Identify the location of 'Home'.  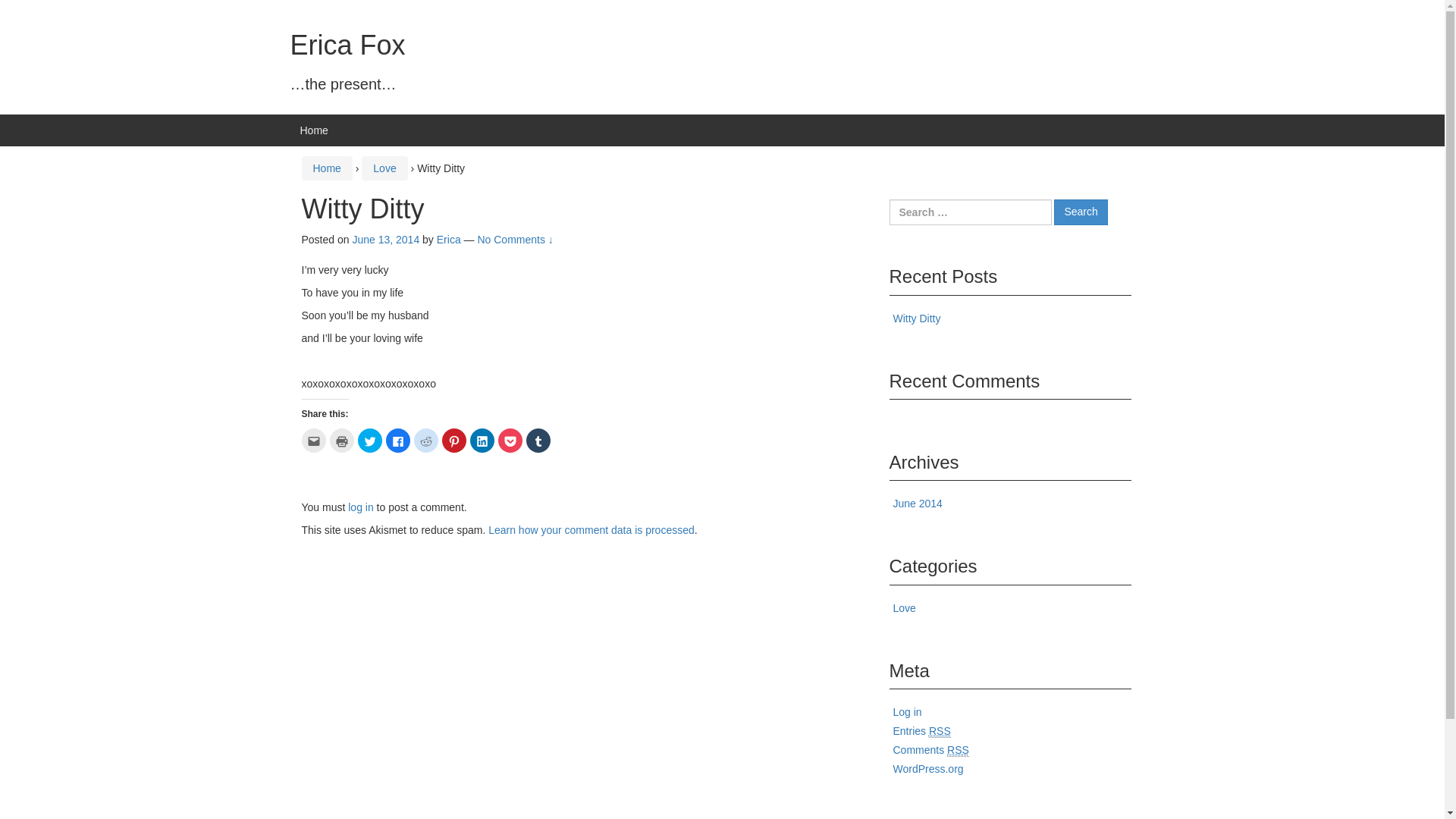
(325, 168).